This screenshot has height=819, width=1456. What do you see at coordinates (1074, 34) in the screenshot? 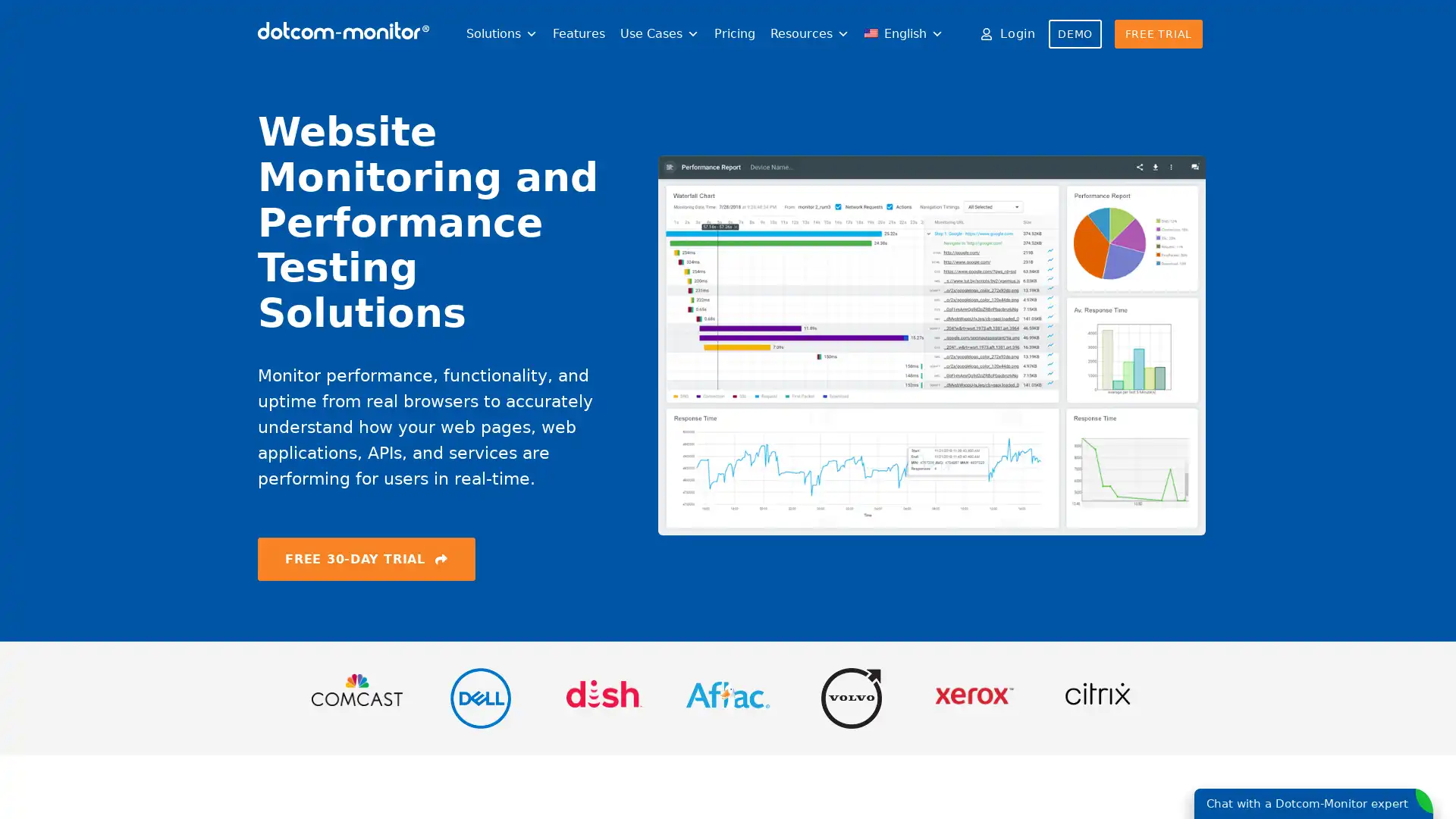
I see `DEMO` at bounding box center [1074, 34].